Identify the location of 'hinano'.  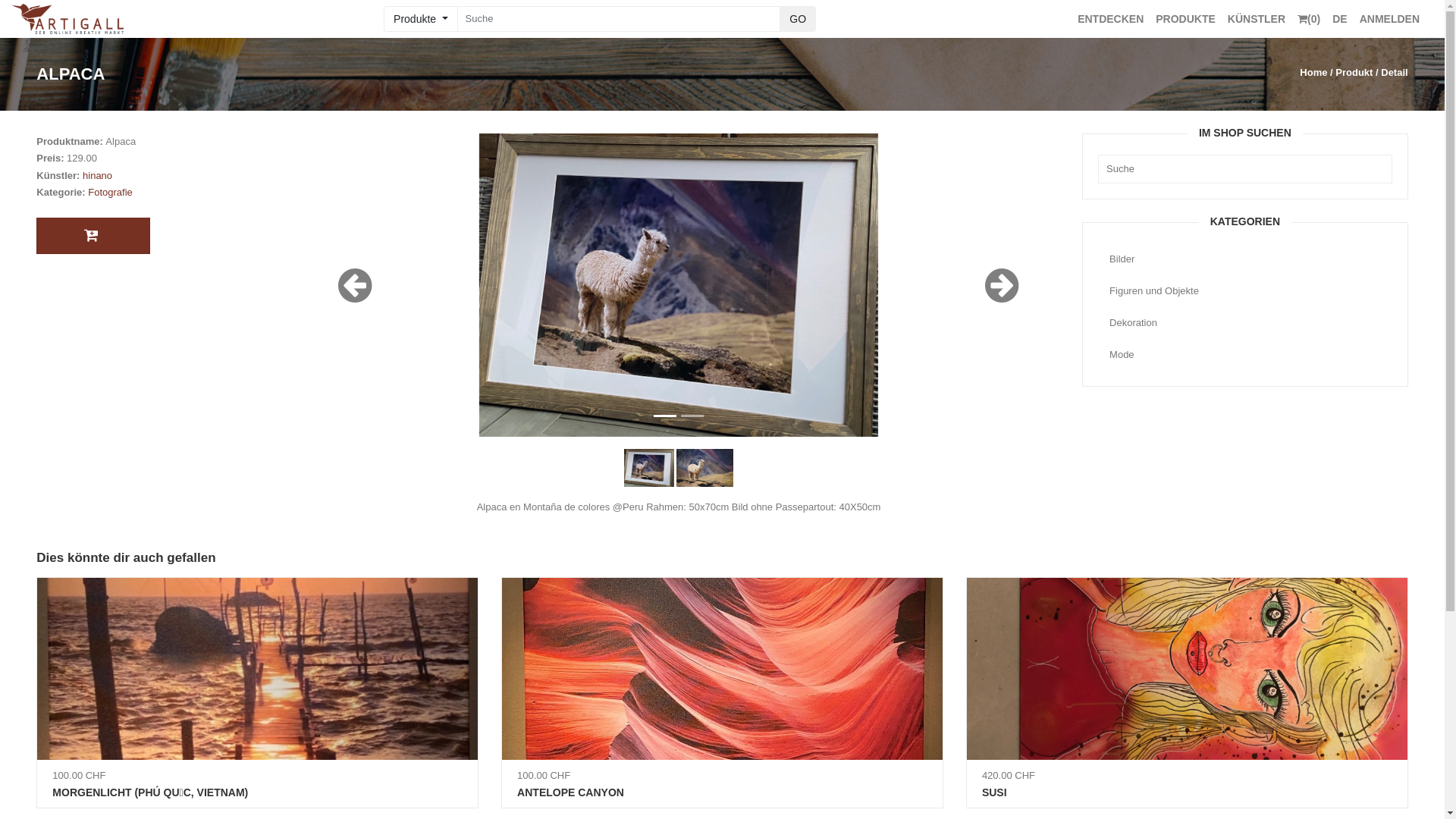
(96, 174).